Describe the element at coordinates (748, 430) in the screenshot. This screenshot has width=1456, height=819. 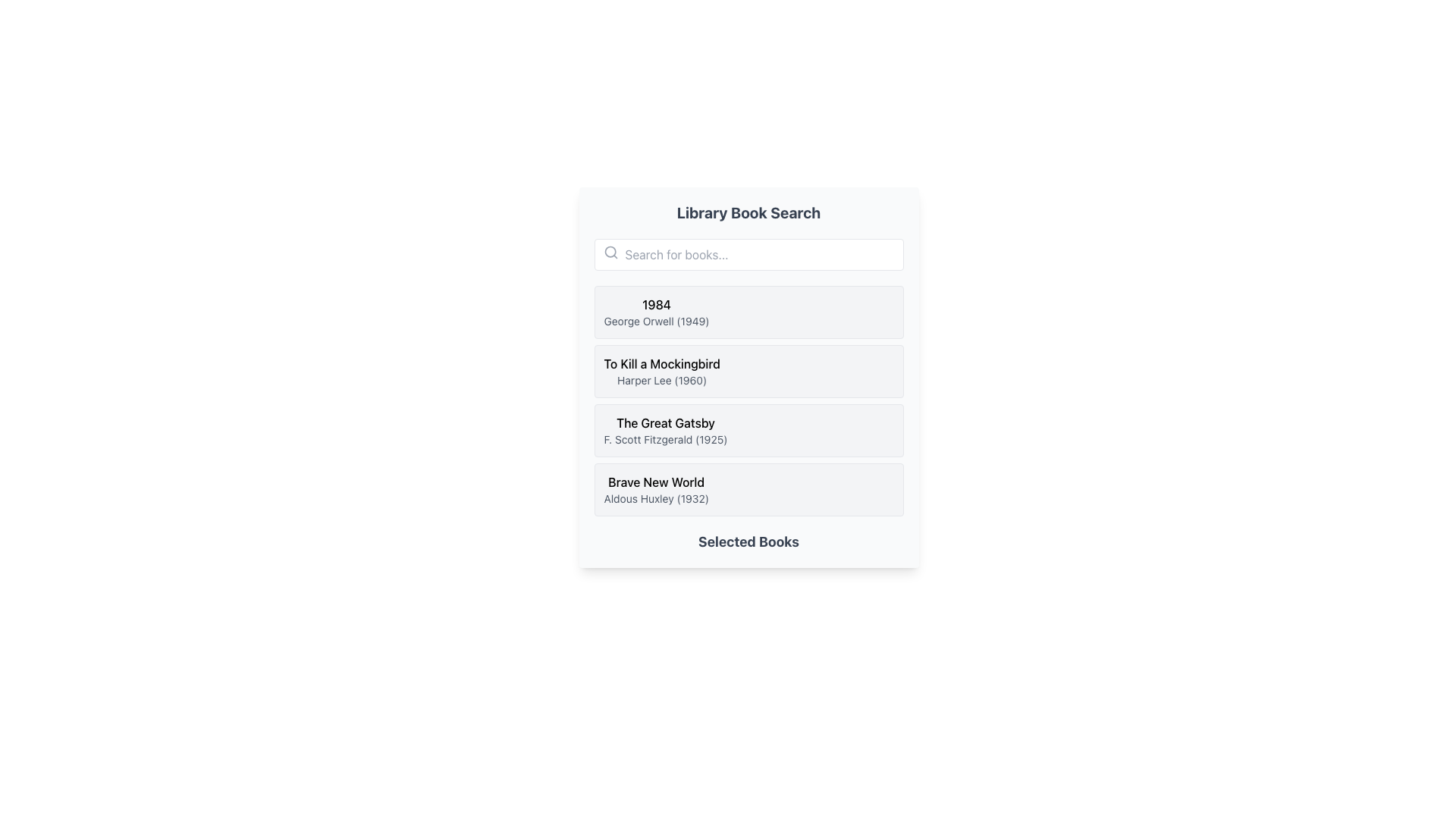
I see `the selectable button displaying 'The Great Gatsby'` at that location.